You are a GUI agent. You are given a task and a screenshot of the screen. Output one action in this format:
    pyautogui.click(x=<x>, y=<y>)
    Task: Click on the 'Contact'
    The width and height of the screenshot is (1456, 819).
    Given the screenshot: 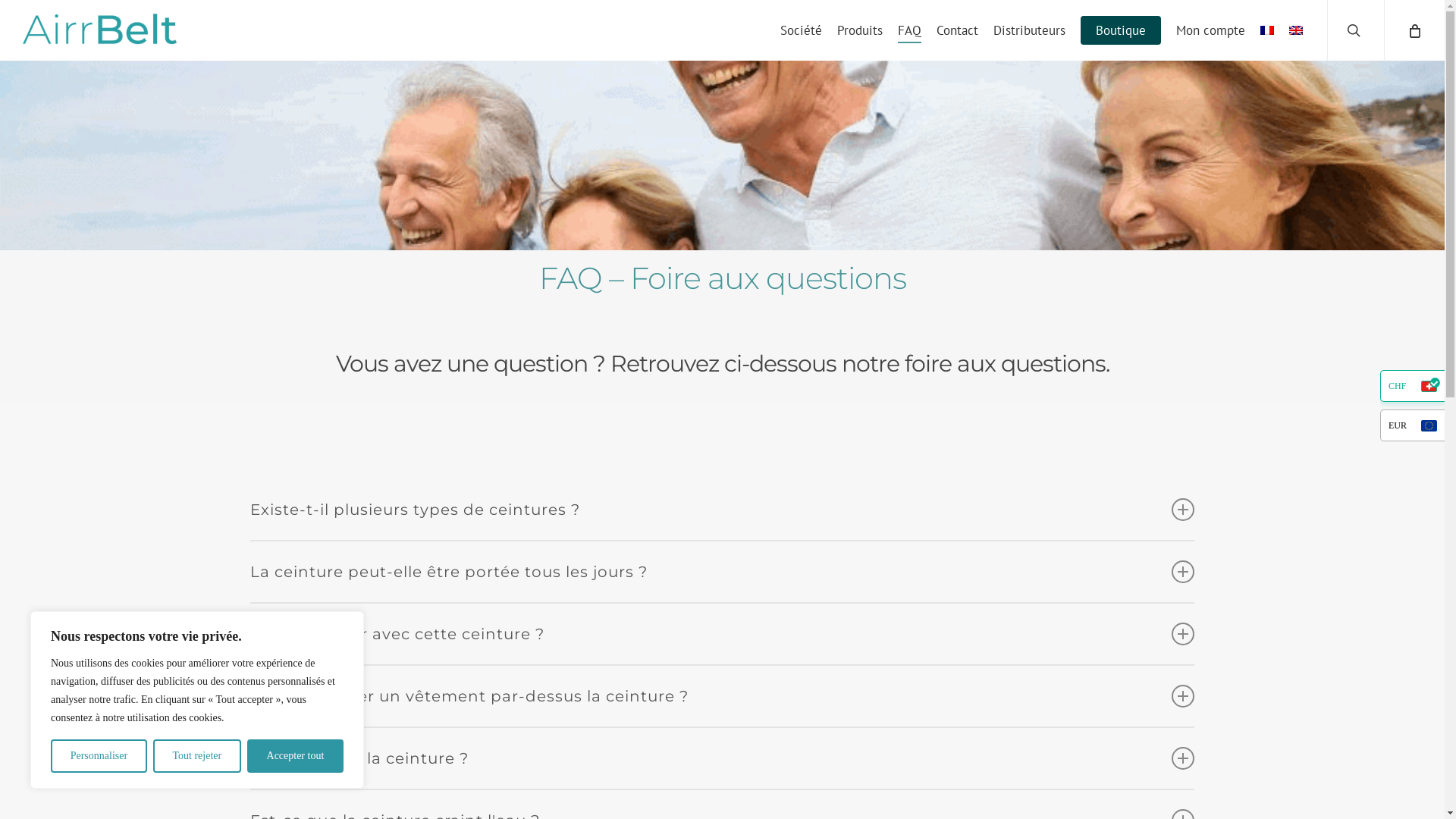 What is the action you would take?
    pyautogui.click(x=956, y=30)
    